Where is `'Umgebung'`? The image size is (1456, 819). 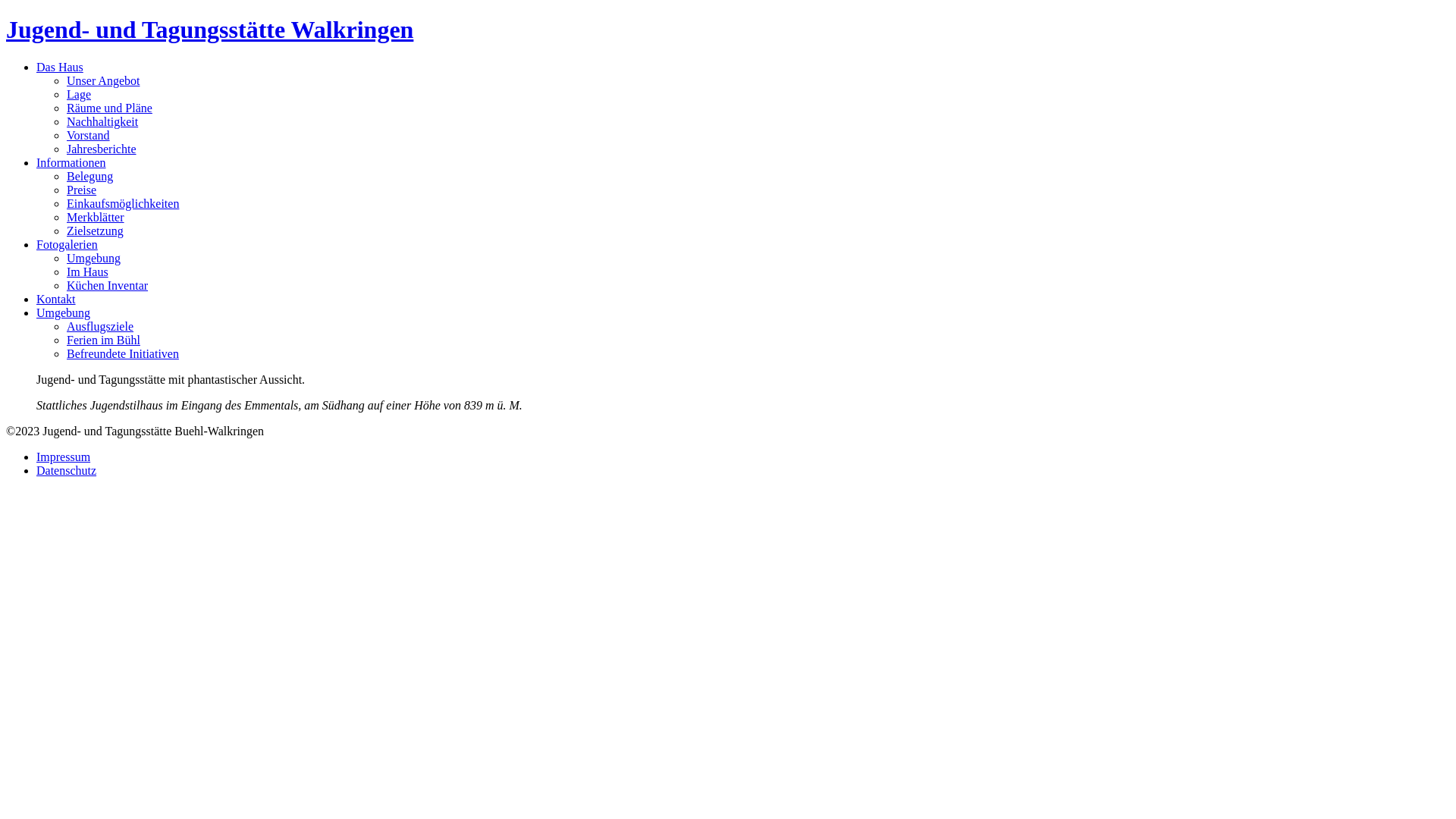
'Umgebung' is located at coordinates (62, 312).